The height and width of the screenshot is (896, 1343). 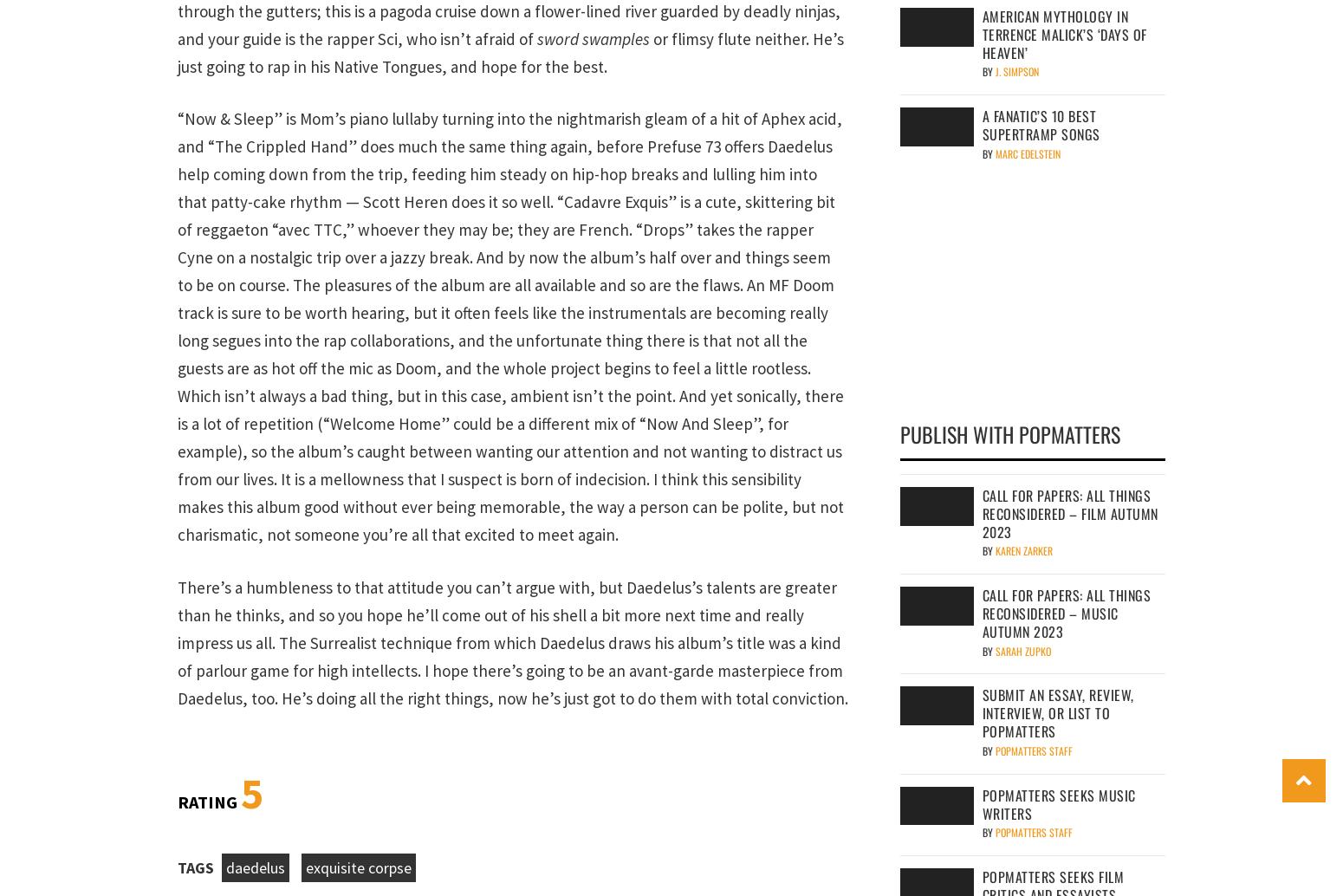 What do you see at coordinates (512, 641) in the screenshot?
I see `'There’s a humbleness to that attitude you can’t argue with, but Daedelus’s talents are greater than he thinks, and so you hope he’ll come out of his shell a bit more next time and really impress us all. The Surrealist technique from which Daedelus draws his album’s title was a kind of parlour game for high intellects. I hope there’s going to be an avant-garde masterpiece from Daedelus, too. He’s doing all the right things, now he’s just got to do them with total conviction.'` at bounding box center [512, 641].